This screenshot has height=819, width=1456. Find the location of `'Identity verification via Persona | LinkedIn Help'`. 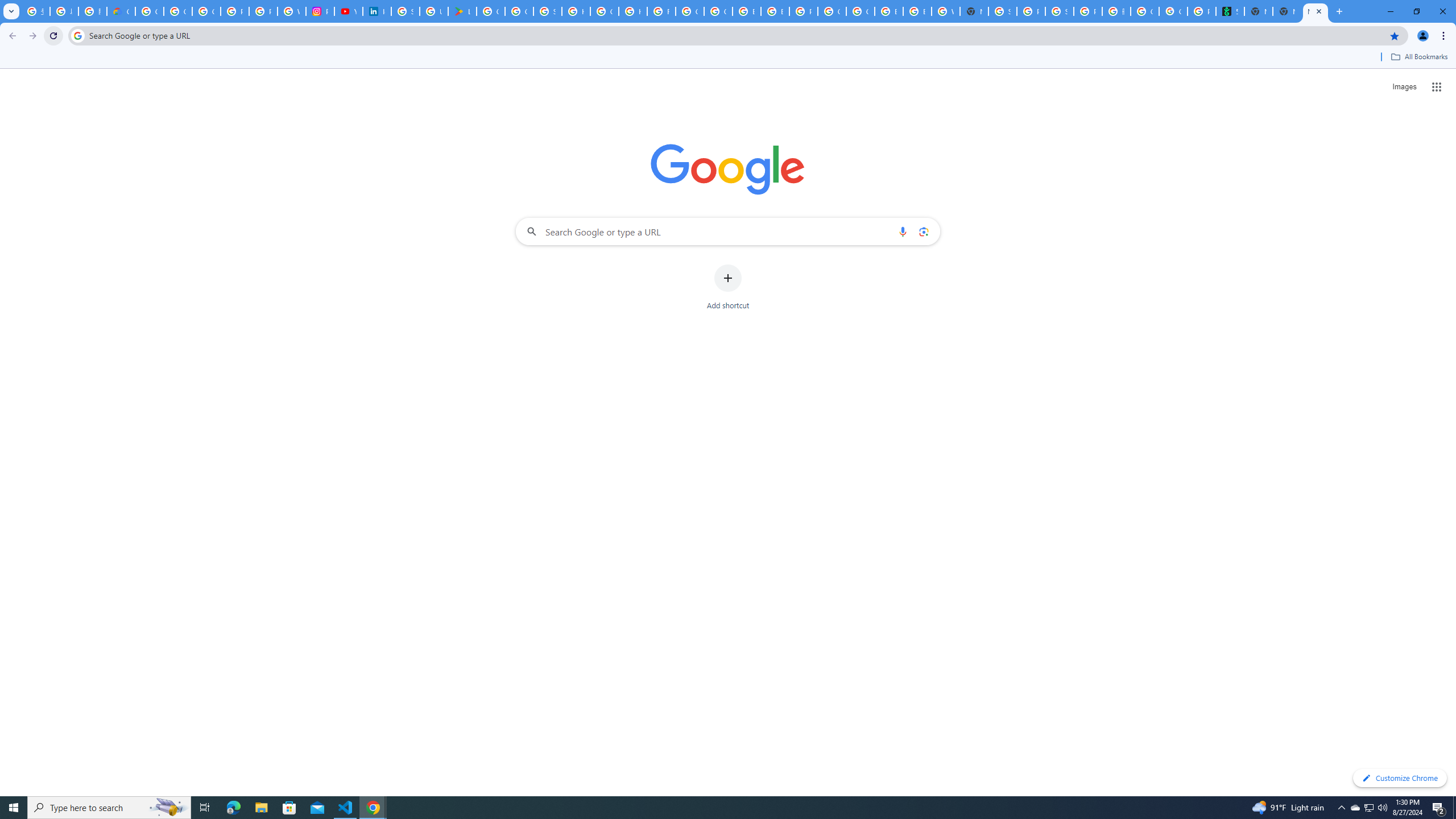

'Identity verification via Persona | LinkedIn Help' is located at coordinates (377, 11).